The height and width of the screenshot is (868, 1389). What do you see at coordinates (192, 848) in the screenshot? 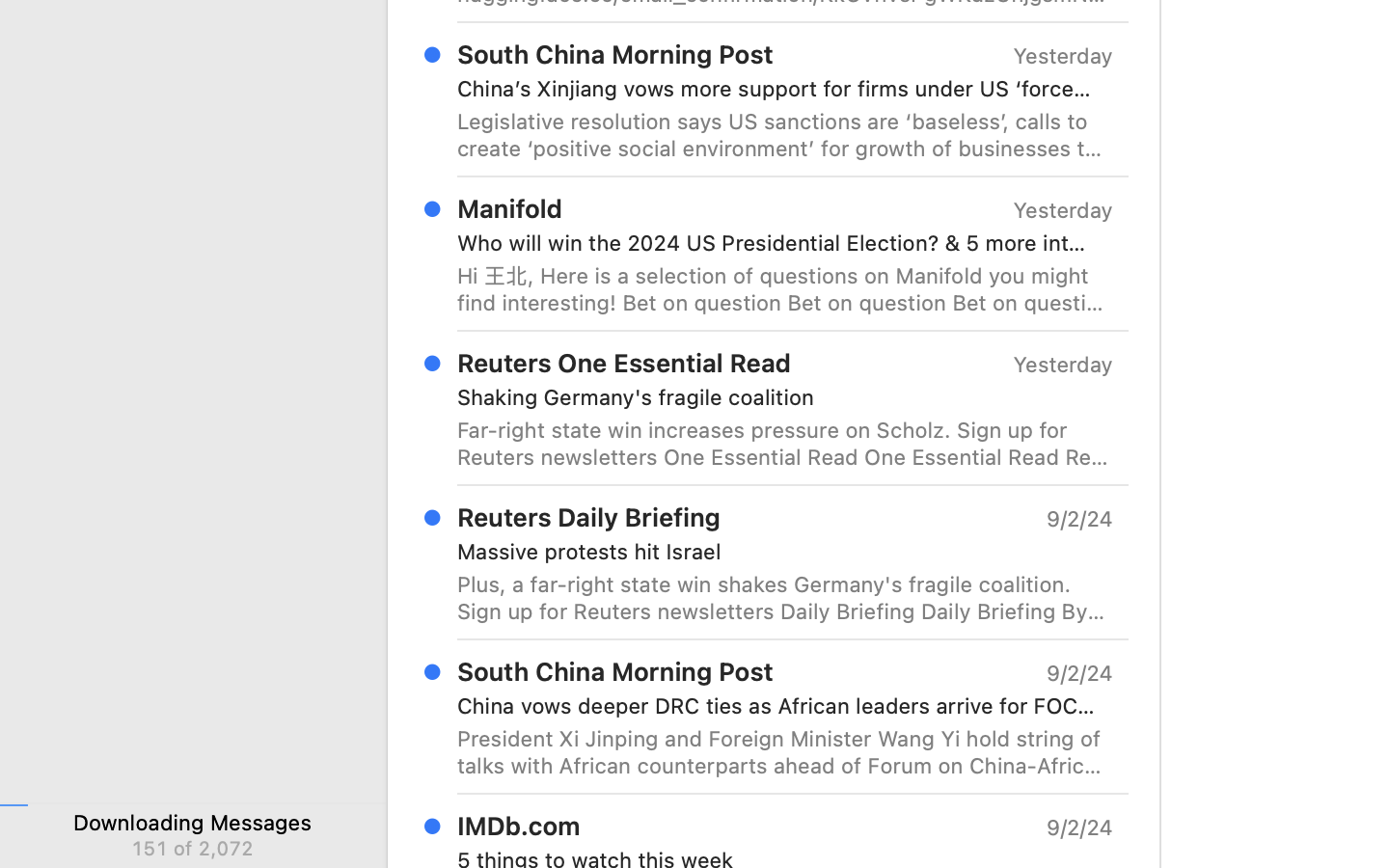
I see `'2,072 new messages'` at bounding box center [192, 848].